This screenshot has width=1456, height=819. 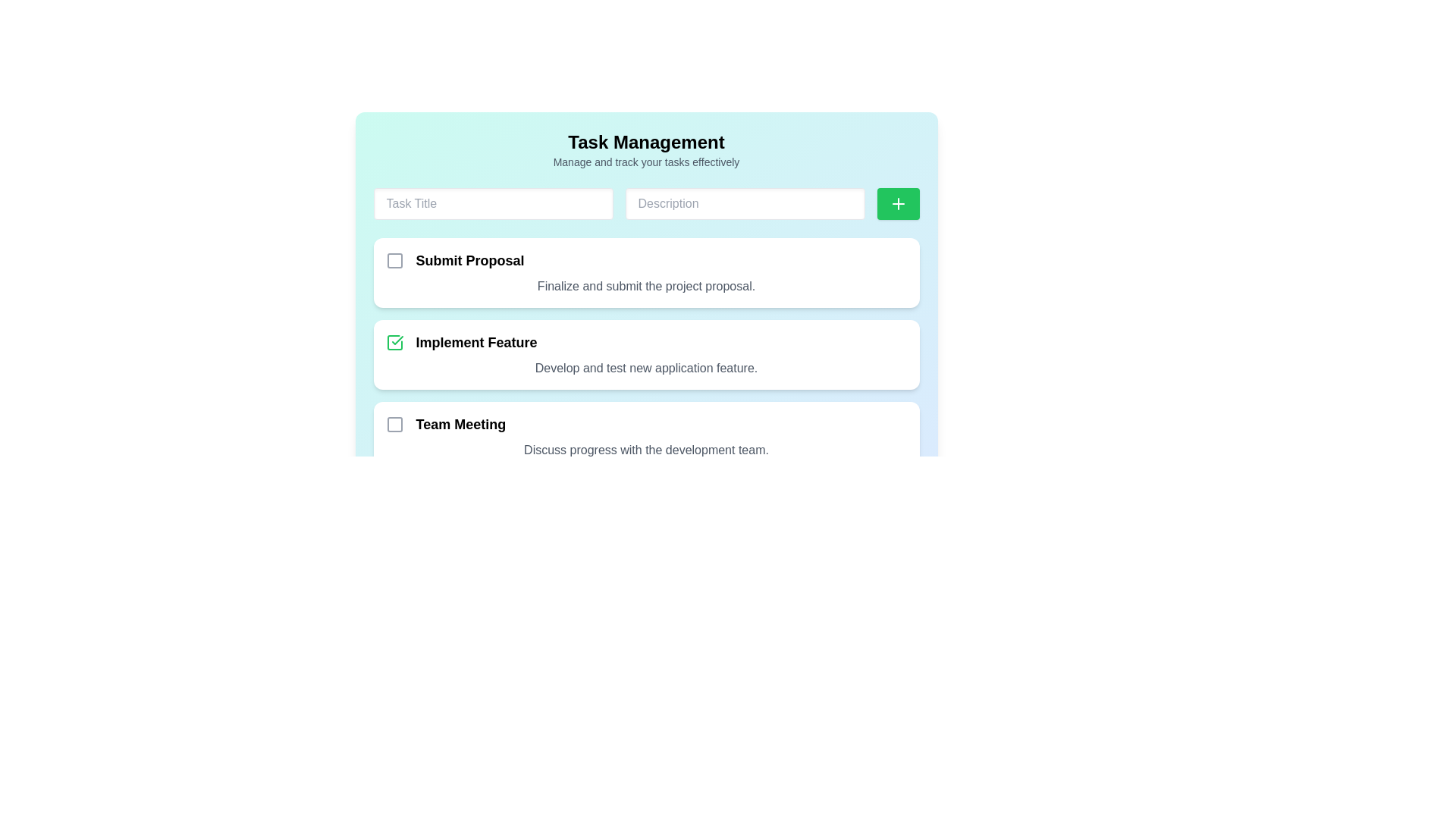 I want to click on task title 'Submit Proposal' and description 'Finalize and submit the project proposal' from the interactive task item with checkbox located at the top of the task list, so click(x=646, y=271).